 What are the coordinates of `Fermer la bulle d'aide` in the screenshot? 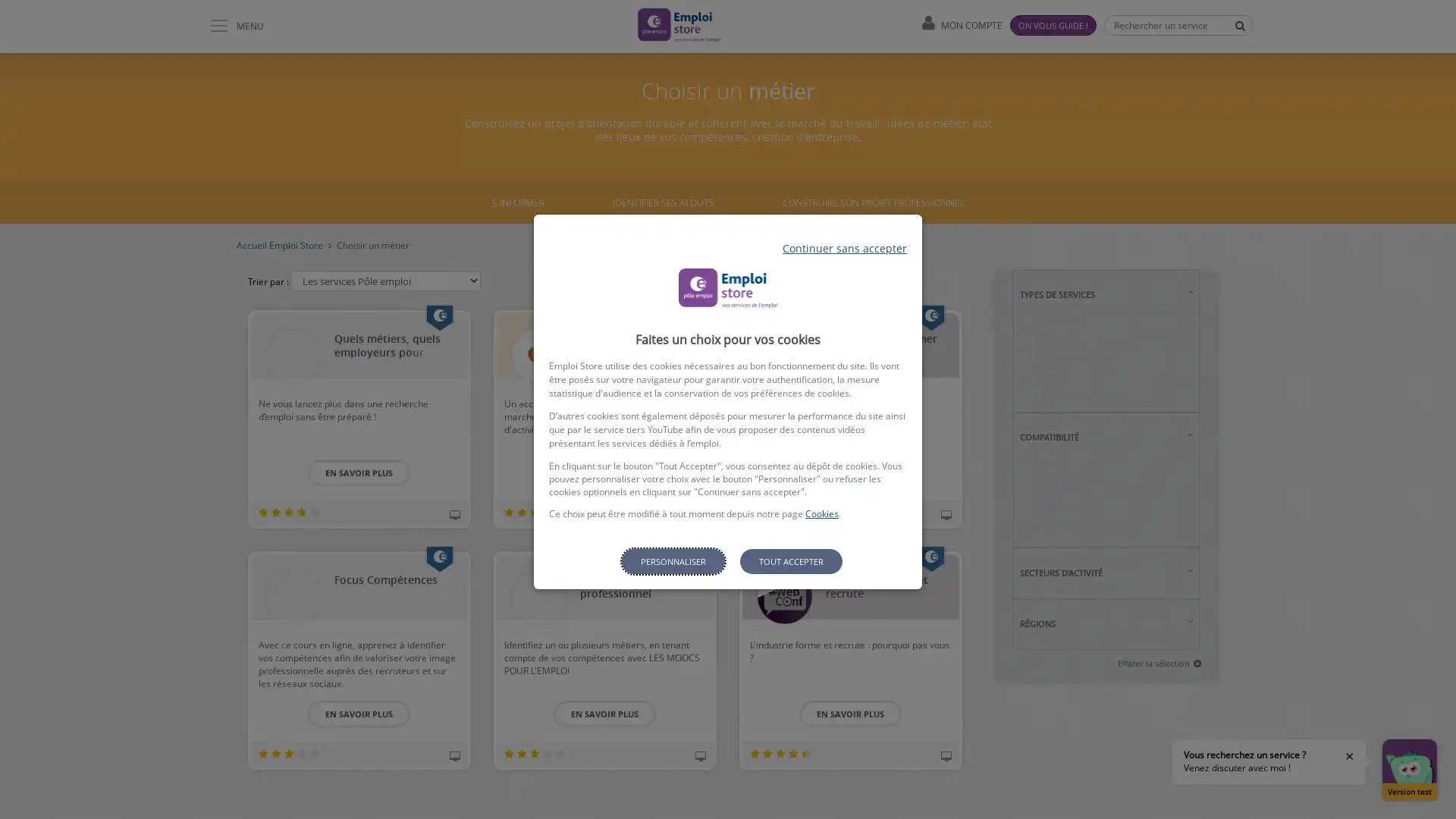 It's located at (1349, 755).